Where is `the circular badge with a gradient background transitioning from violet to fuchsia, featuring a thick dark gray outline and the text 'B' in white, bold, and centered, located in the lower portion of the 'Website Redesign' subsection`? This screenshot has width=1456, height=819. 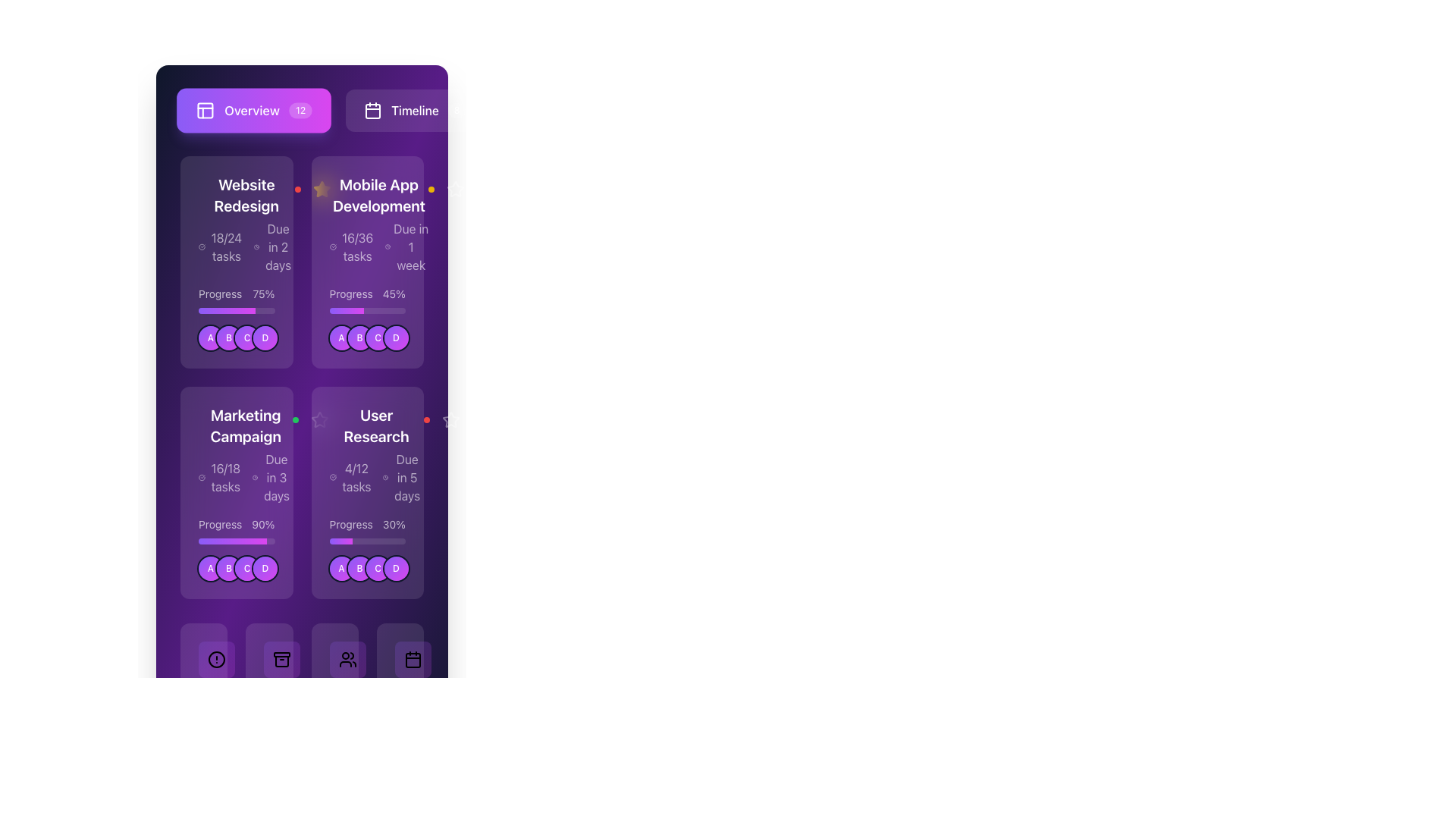
the circular badge with a gradient background transitioning from violet to fuchsia, featuring a thick dark gray outline and the text 'B' in white, bold, and centered, located in the lower portion of the 'Website Redesign' subsection is located at coordinates (228, 337).